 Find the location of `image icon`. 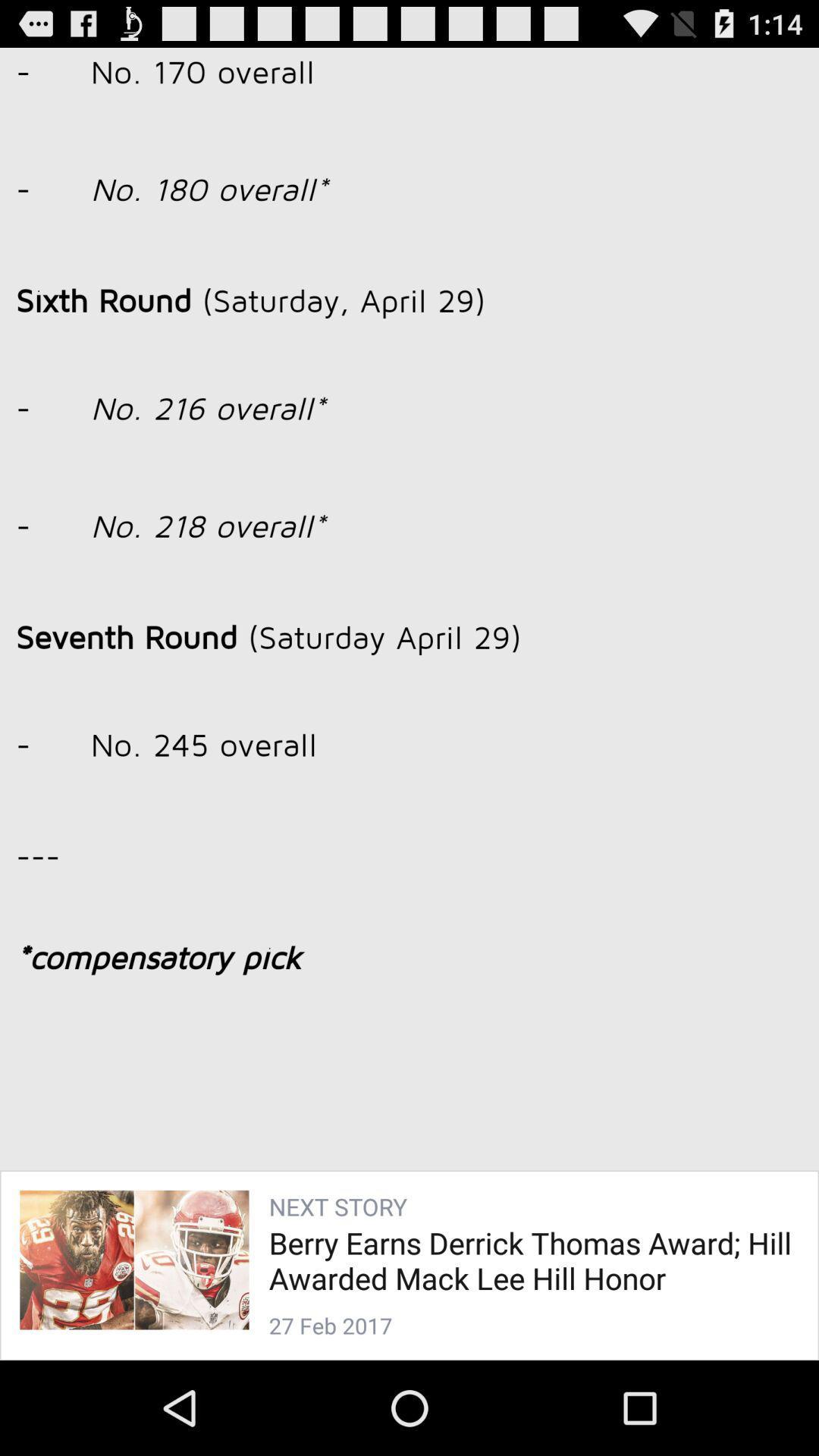

image icon is located at coordinates (409, 683).